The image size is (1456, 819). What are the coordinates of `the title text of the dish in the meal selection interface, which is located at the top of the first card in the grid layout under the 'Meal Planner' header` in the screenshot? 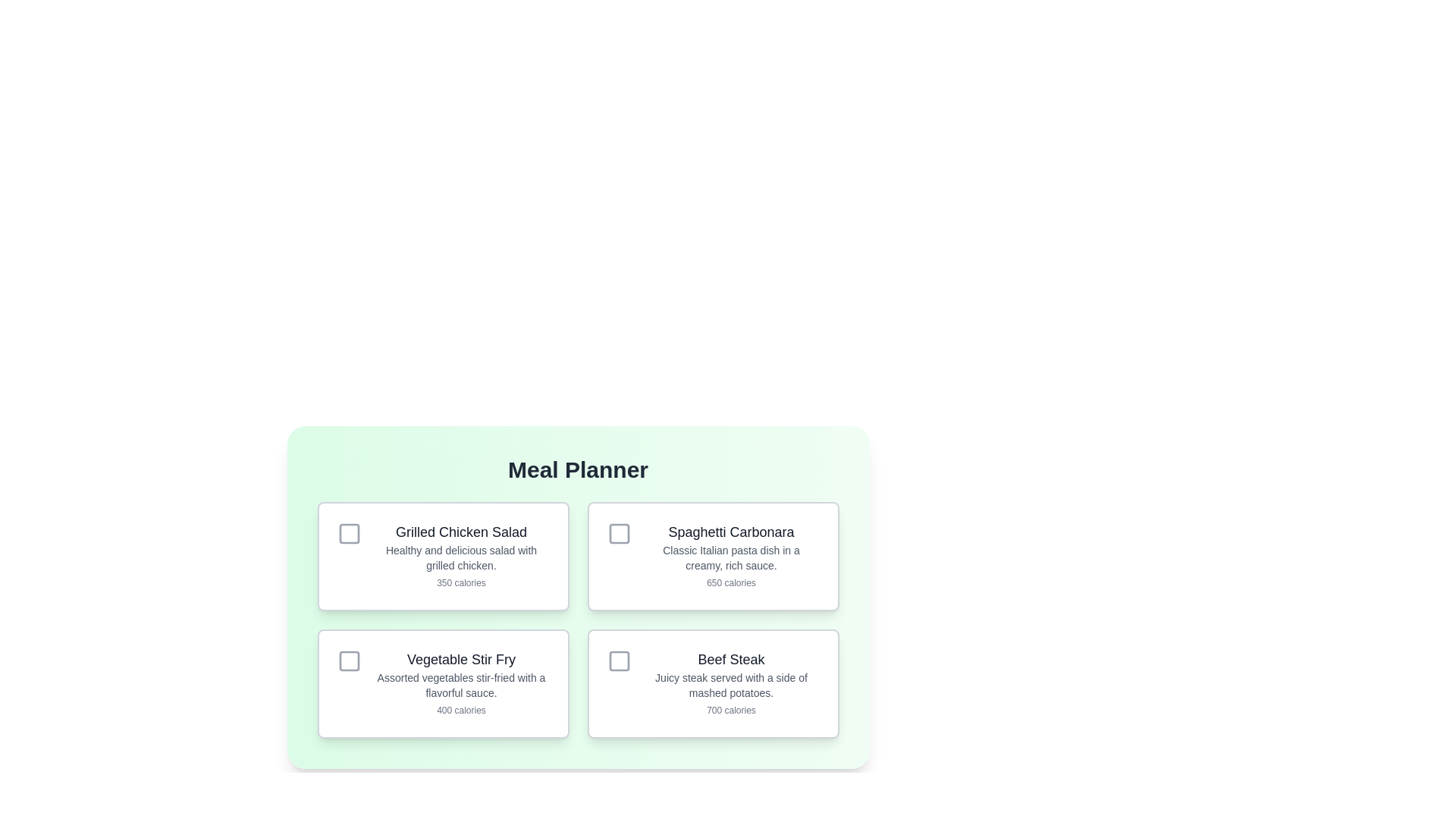 It's located at (460, 532).